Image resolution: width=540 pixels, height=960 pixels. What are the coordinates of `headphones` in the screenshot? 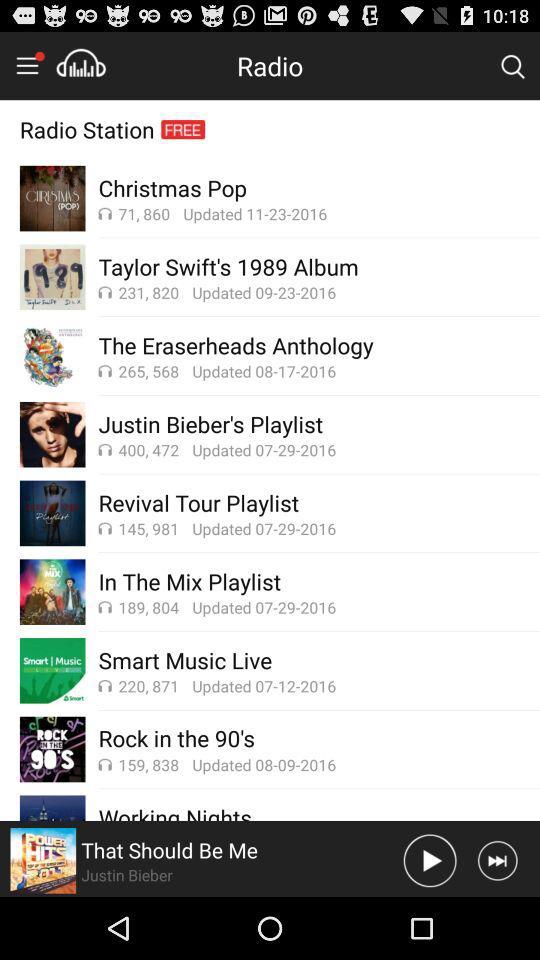 It's located at (80, 65).